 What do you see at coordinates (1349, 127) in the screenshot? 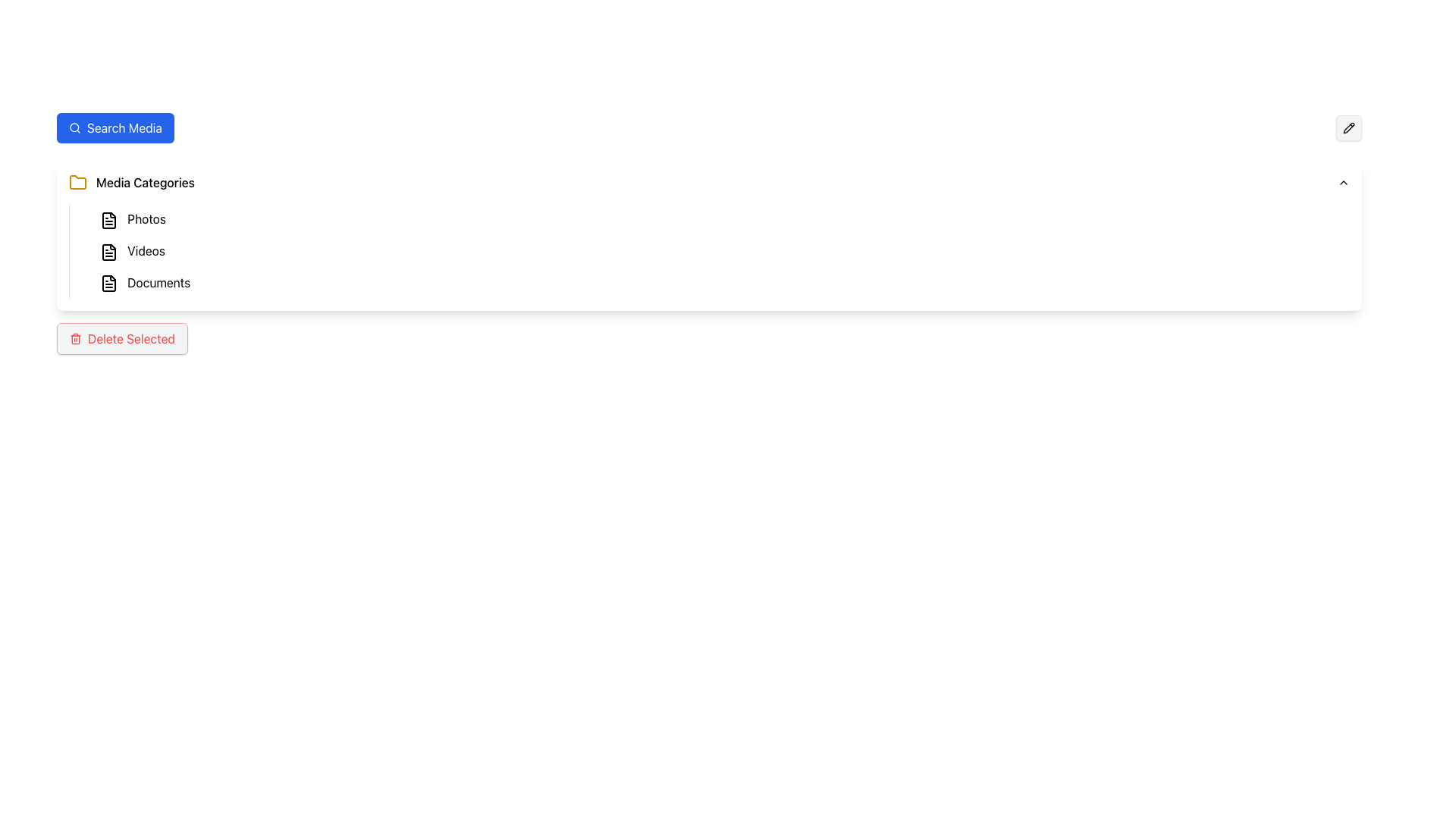
I see `the edit button located in the top-right corner of the interface` at bounding box center [1349, 127].